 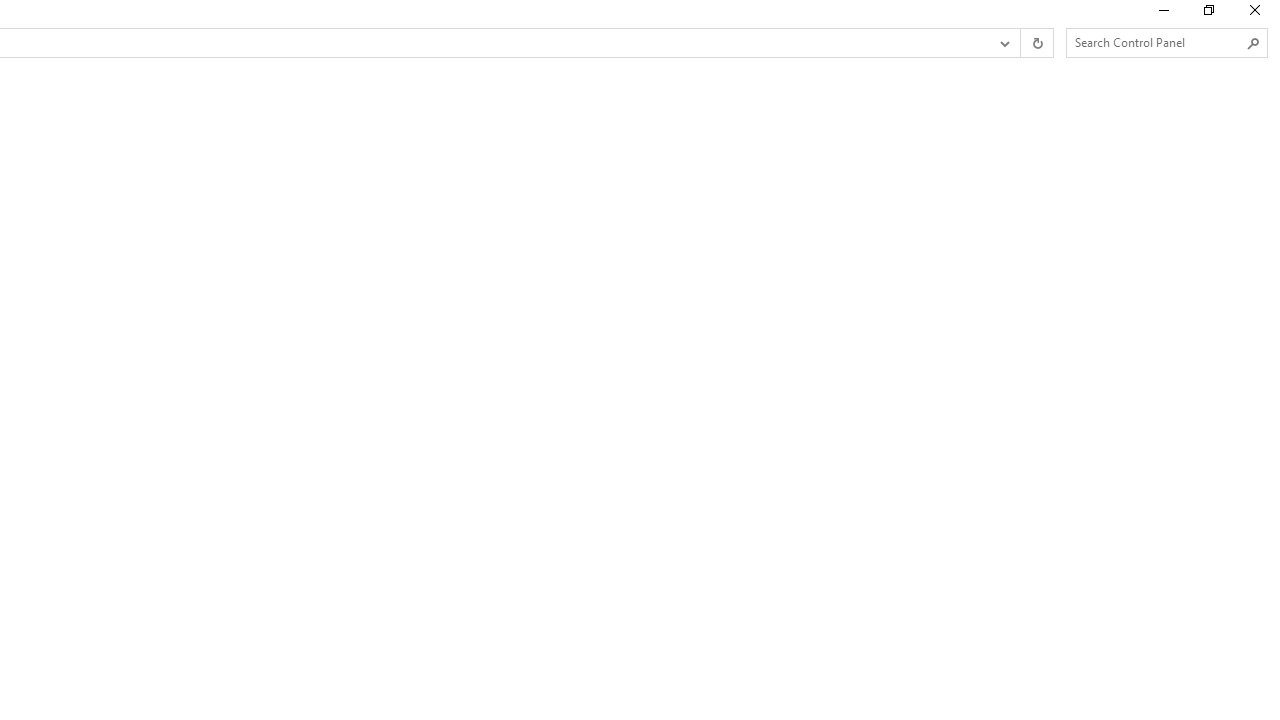 What do you see at coordinates (1036, 43) in the screenshot?
I see `'Refresh "System and Security" (F5)'` at bounding box center [1036, 43].